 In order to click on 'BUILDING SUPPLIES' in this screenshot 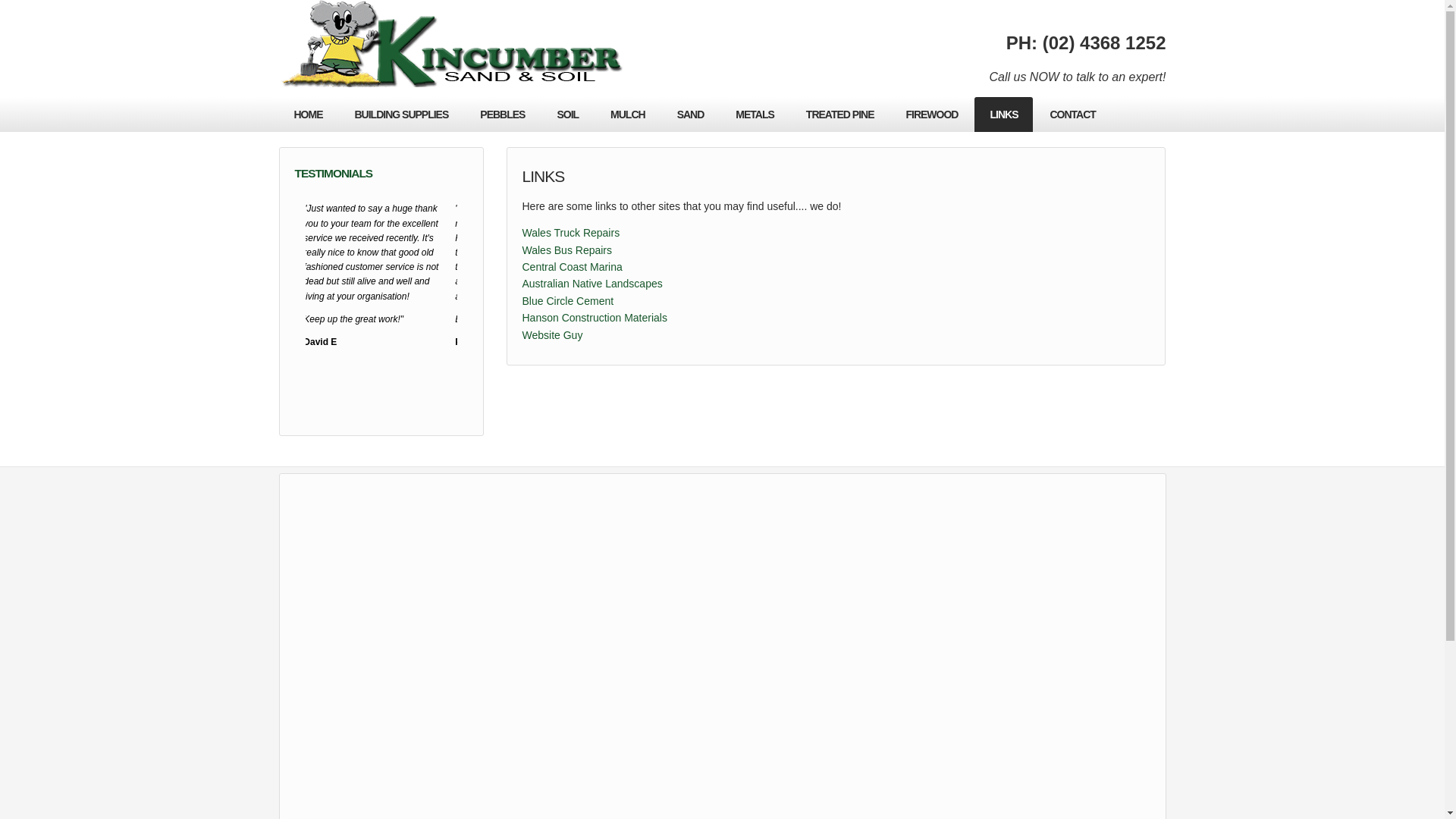, I will do `click(401, 113)`.